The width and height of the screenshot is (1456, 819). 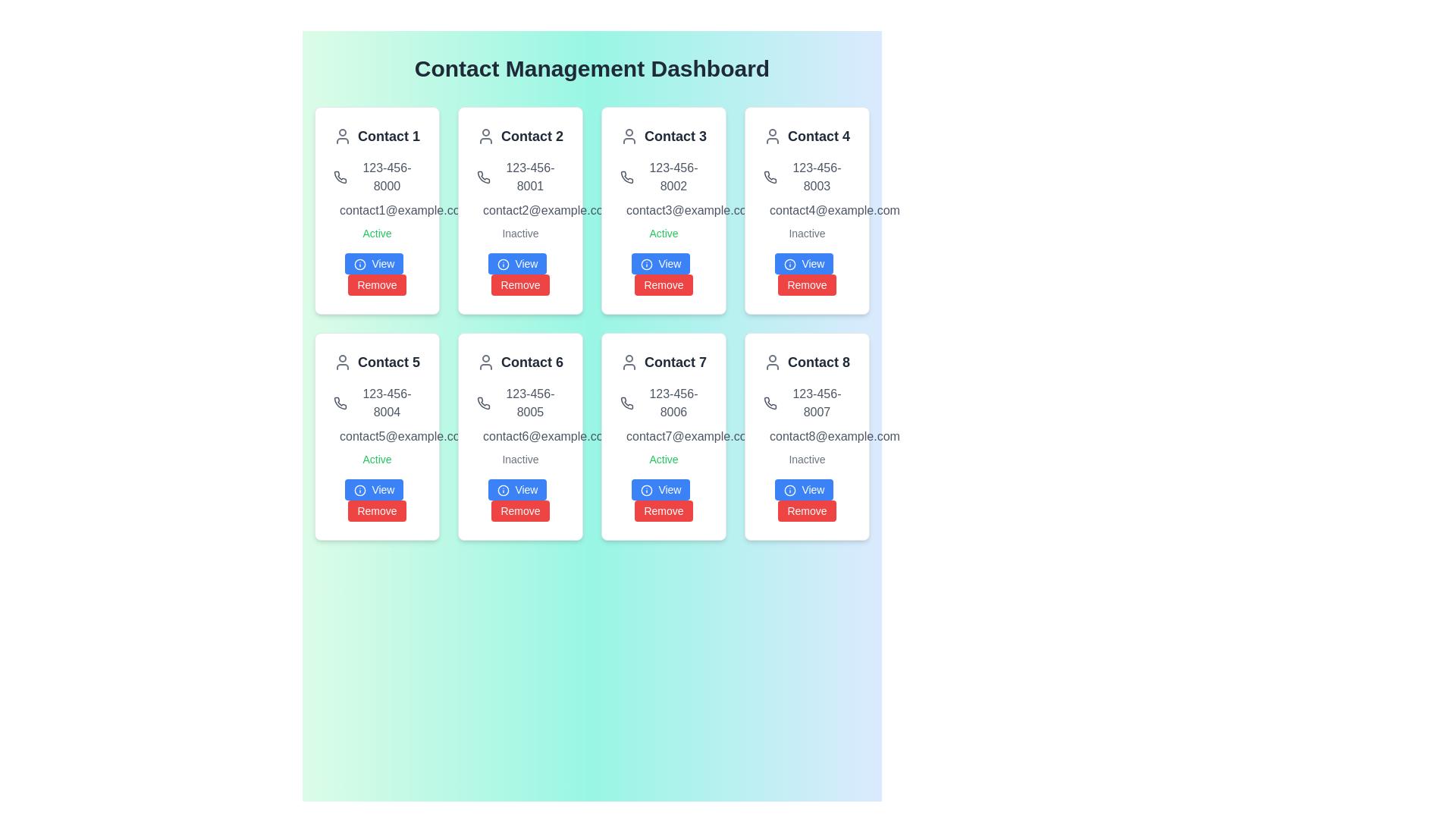 What do you see at coordinates (664, 284) in the screenshot?
I see `the 'Remove' button located directly below the 'View' button in the 'Contact 3' card` at bounding box center [664, 284].